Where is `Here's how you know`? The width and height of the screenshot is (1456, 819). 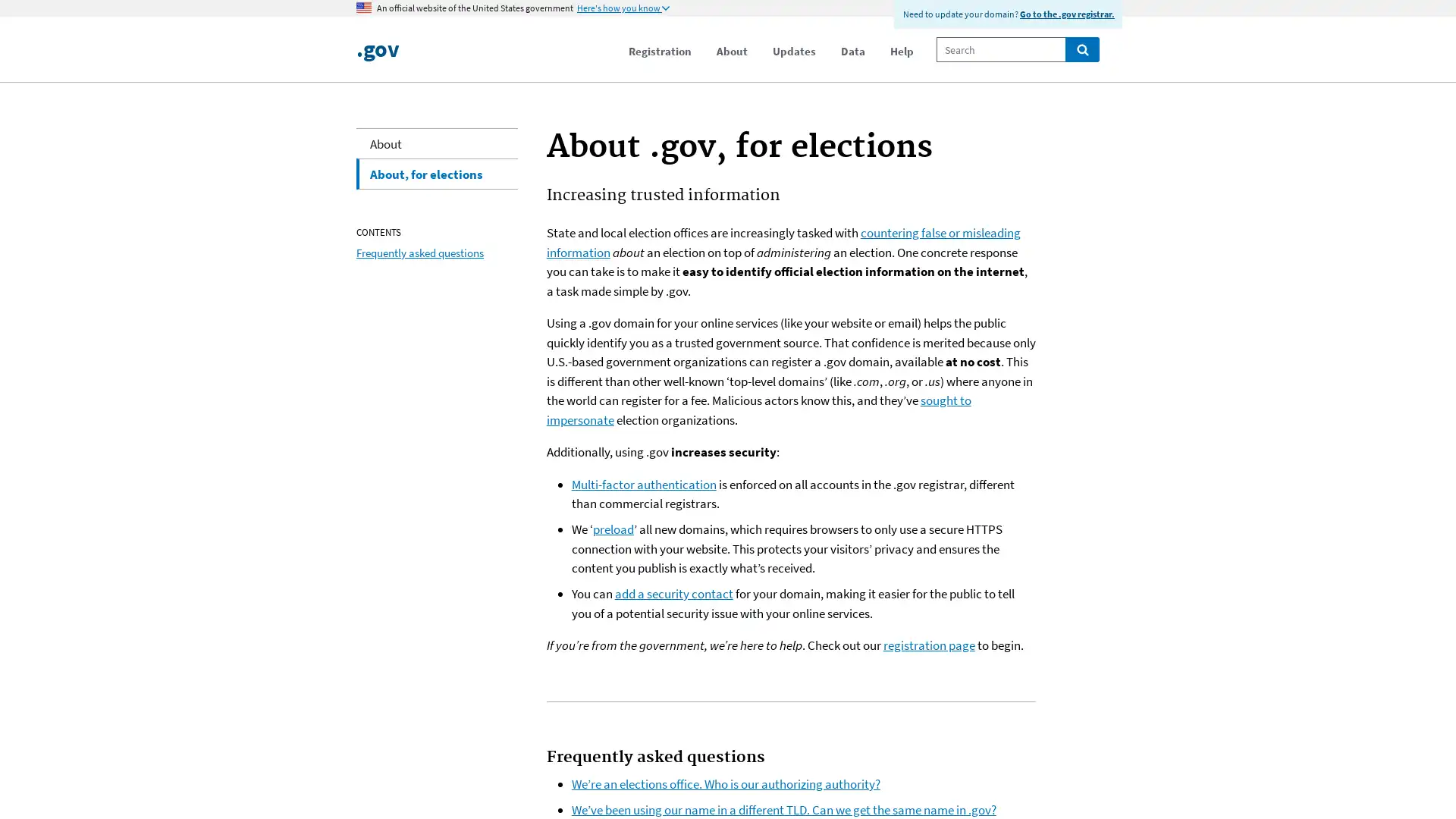
Here's how you know is located at coordinates (623, 8).